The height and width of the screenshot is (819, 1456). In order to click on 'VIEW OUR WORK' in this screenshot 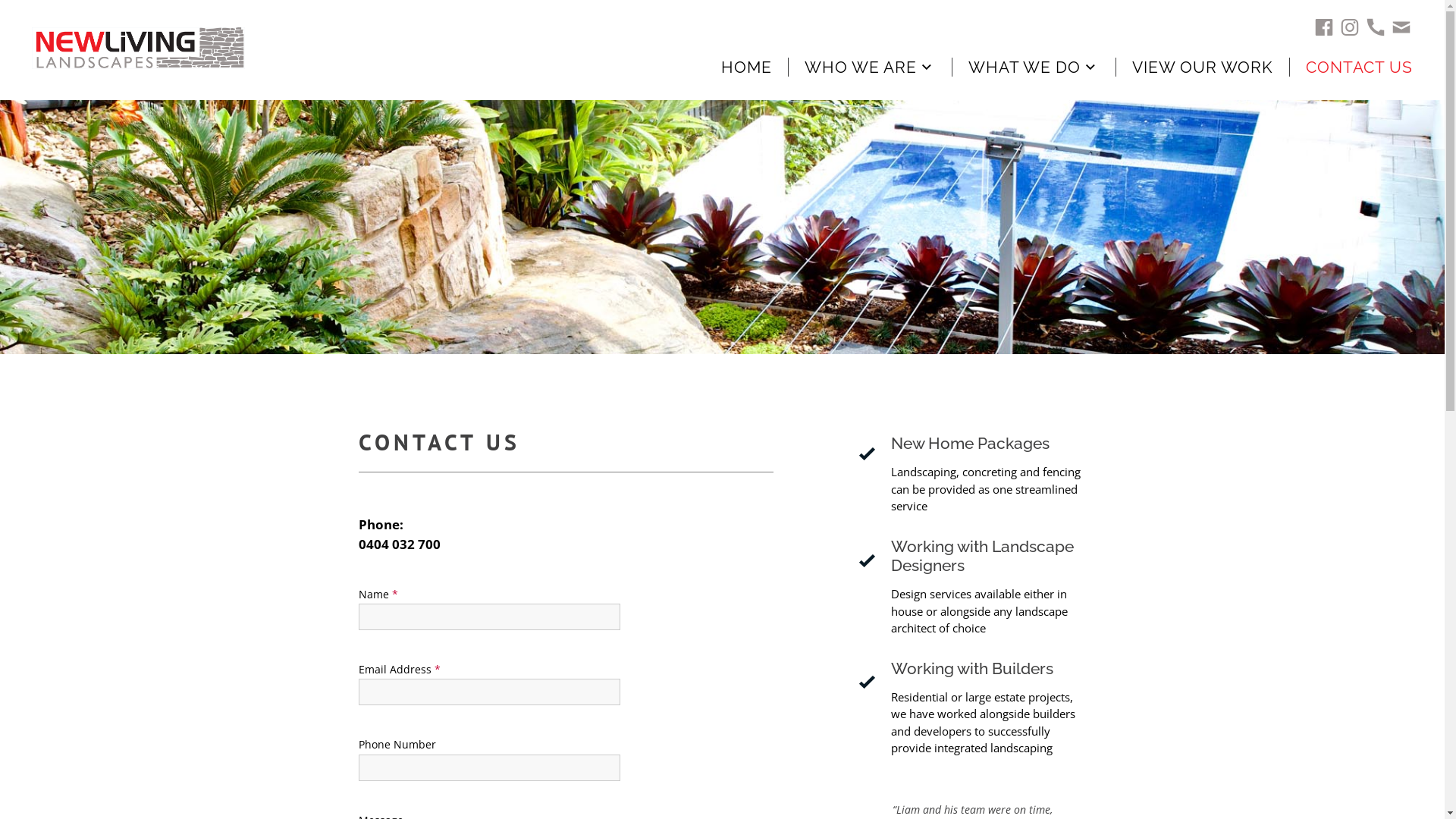, I will do `click(1131, 66)`.